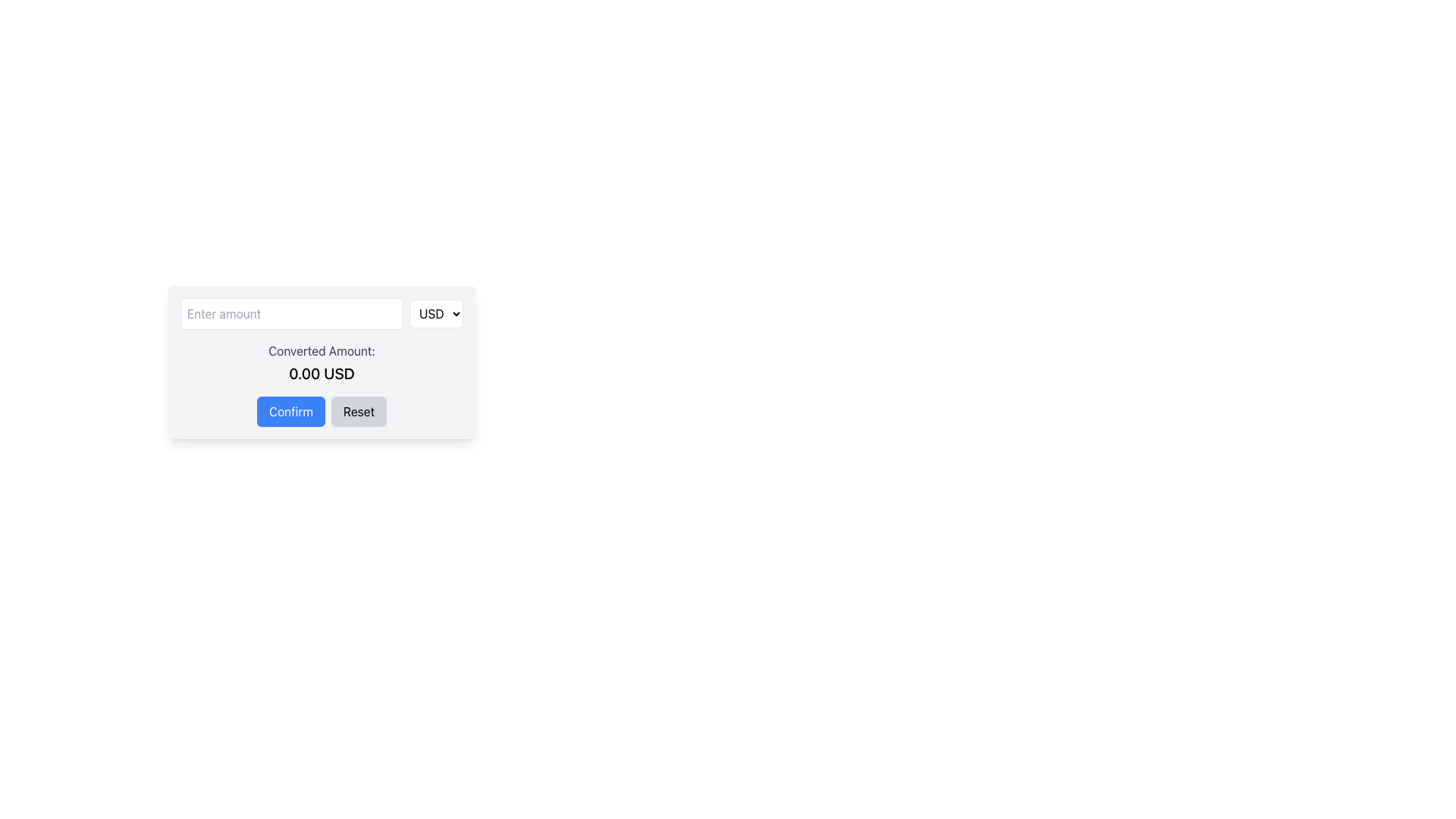  I want to click on the 'Reset' button, which is a rectangular button with rounded corners, light gray background, and black text, located to the right of the 'Confirm' button in the button group beneath the conversion information panel, so click(358, 412).